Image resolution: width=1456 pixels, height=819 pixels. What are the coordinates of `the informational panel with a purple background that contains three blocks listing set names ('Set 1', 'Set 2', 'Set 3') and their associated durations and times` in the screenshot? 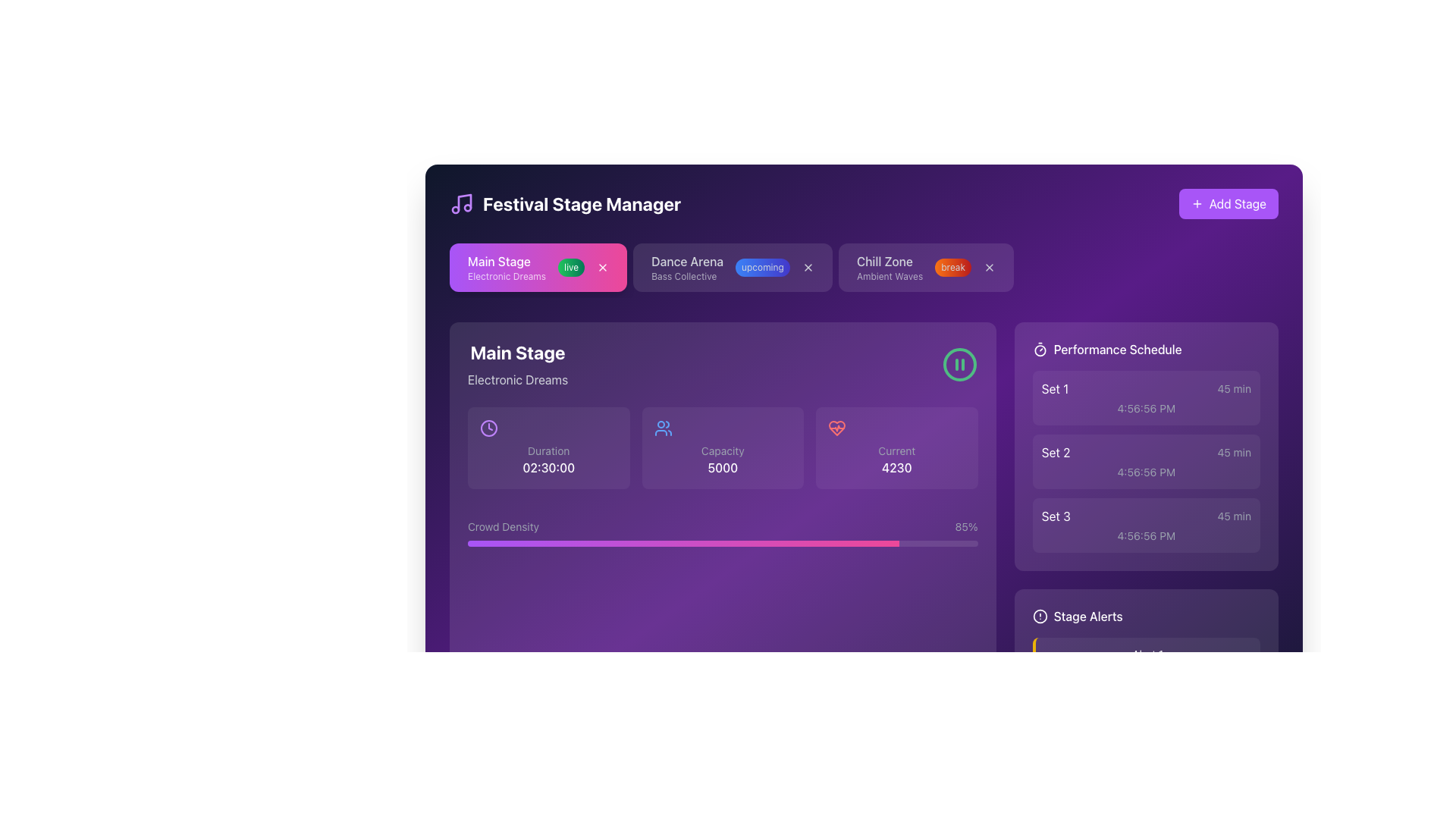 It's located at (1146, 446).